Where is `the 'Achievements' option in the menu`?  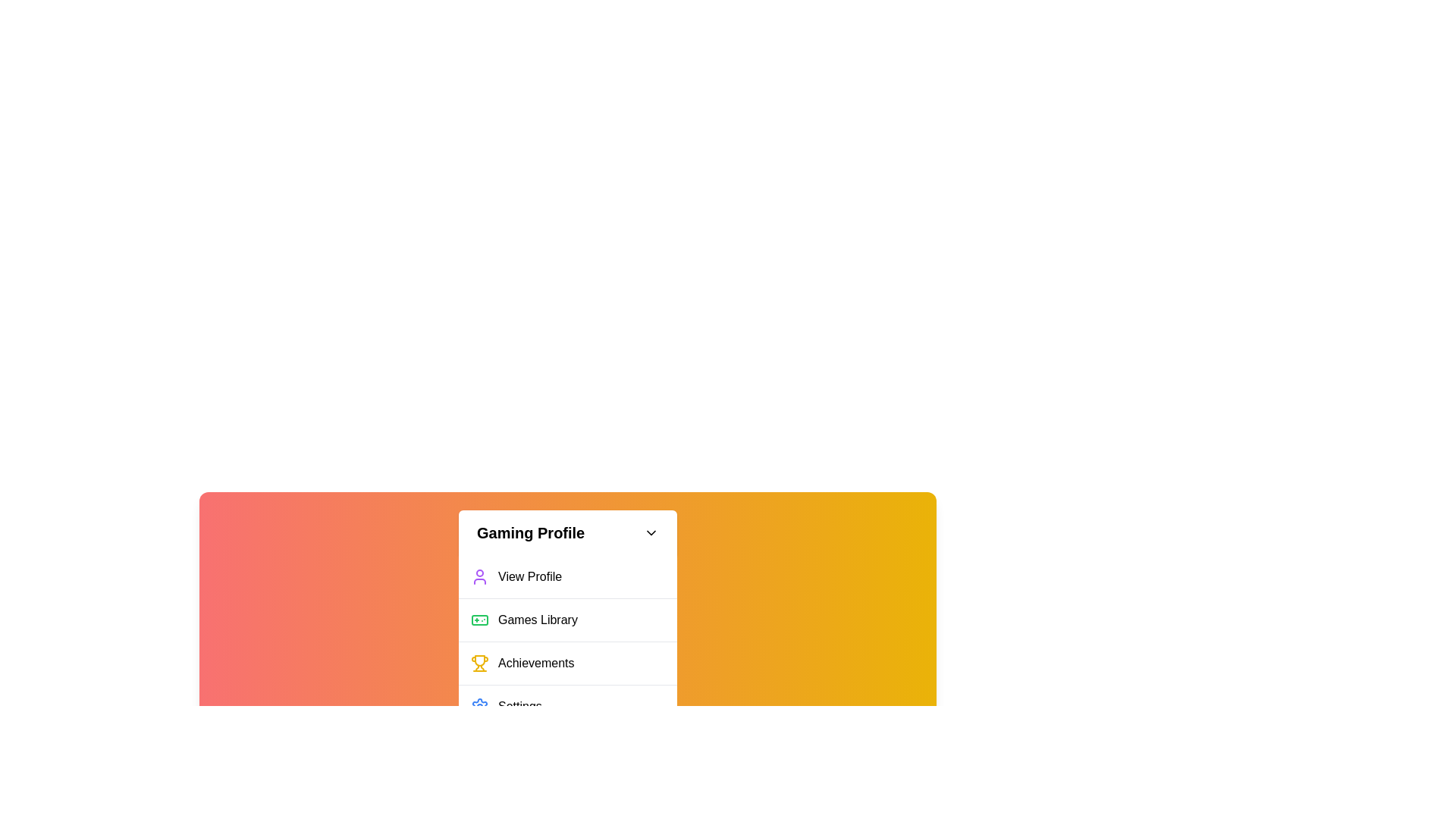 the 'Achievements' option in the menu is located at coordinates (566, 662).